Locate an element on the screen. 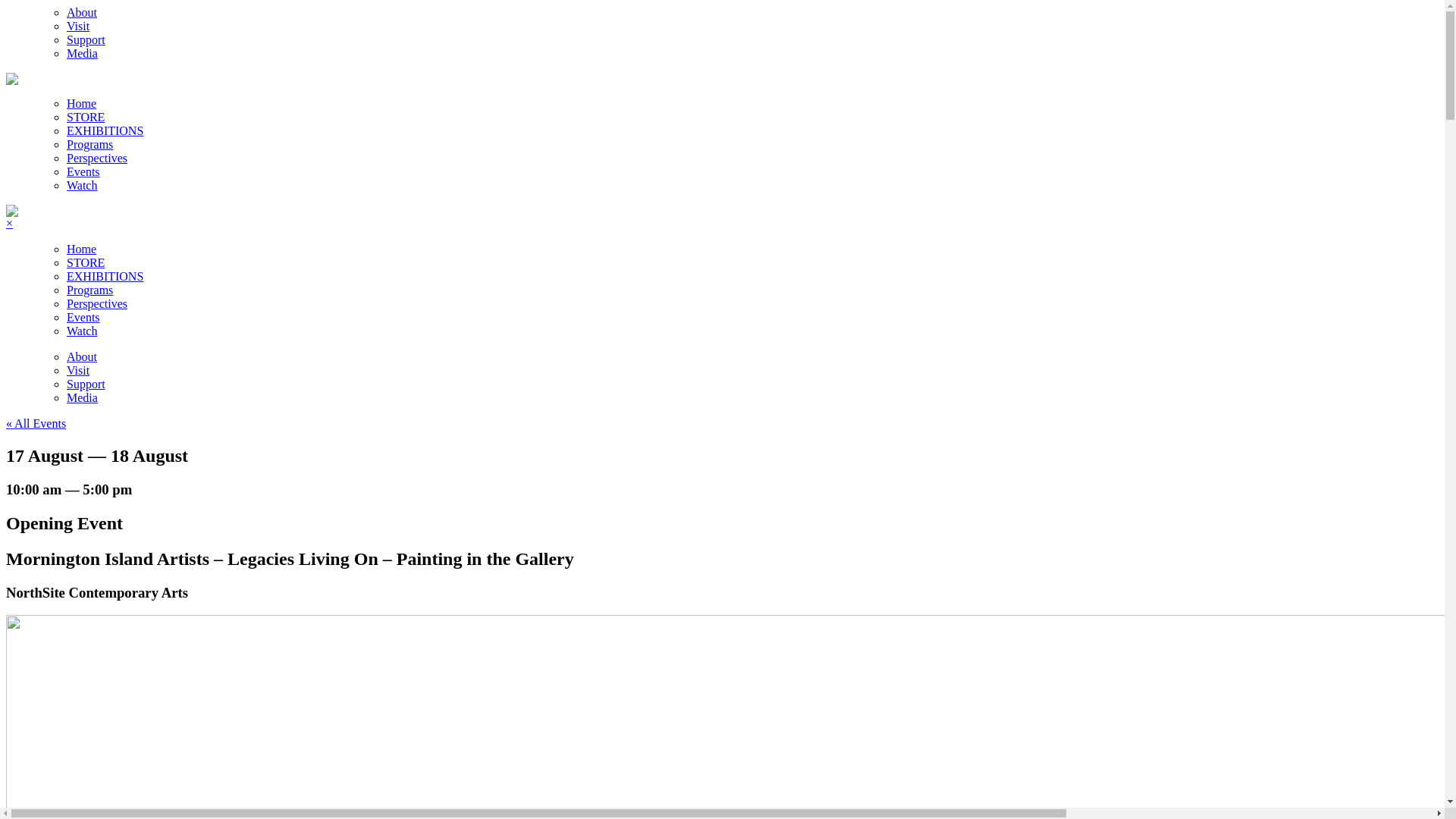  'Support' is located at coordinates (85, 383).